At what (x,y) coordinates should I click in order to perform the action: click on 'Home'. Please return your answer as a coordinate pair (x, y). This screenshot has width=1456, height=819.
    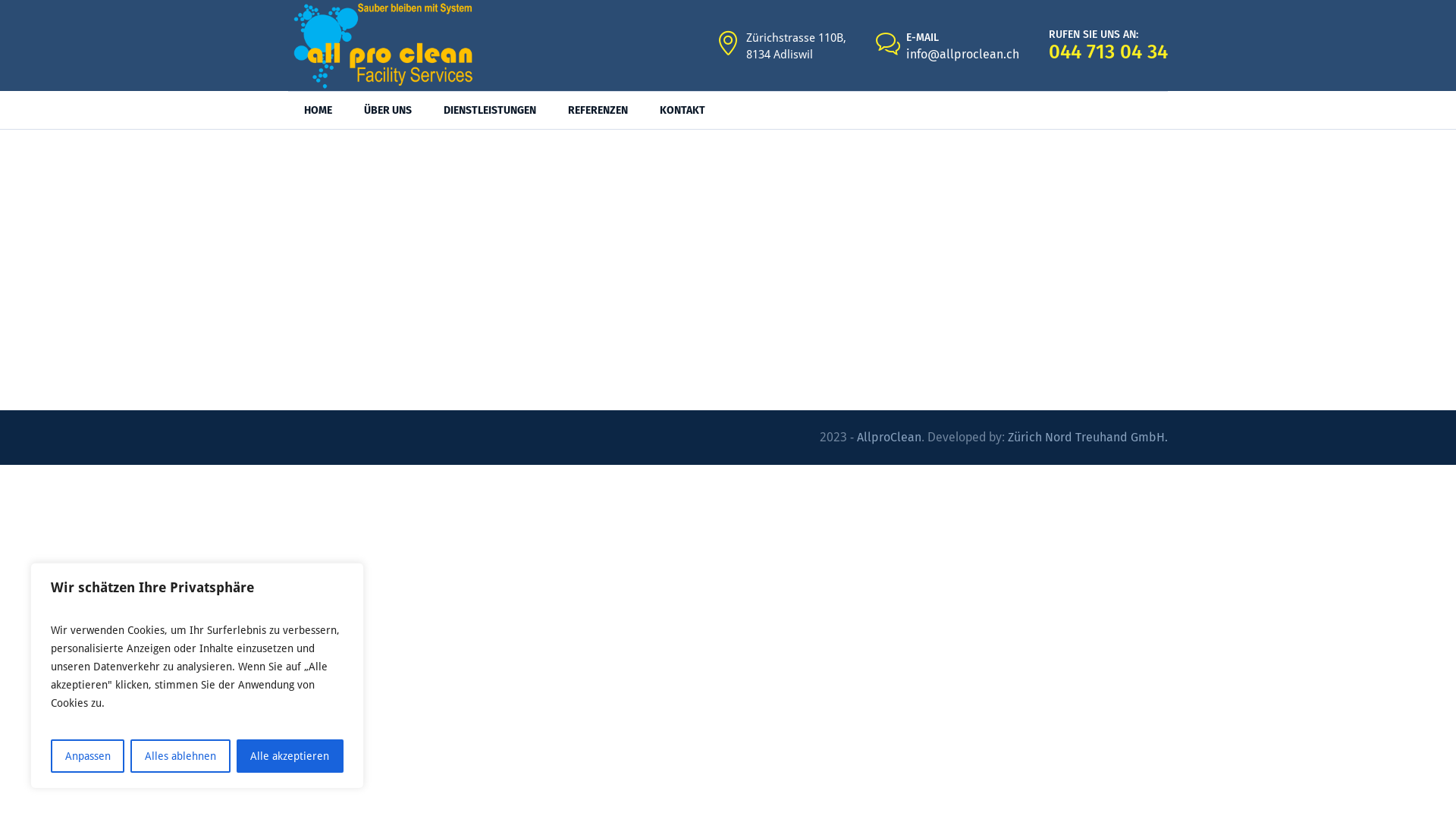
    Looking at the image, I should click on (679, 239).